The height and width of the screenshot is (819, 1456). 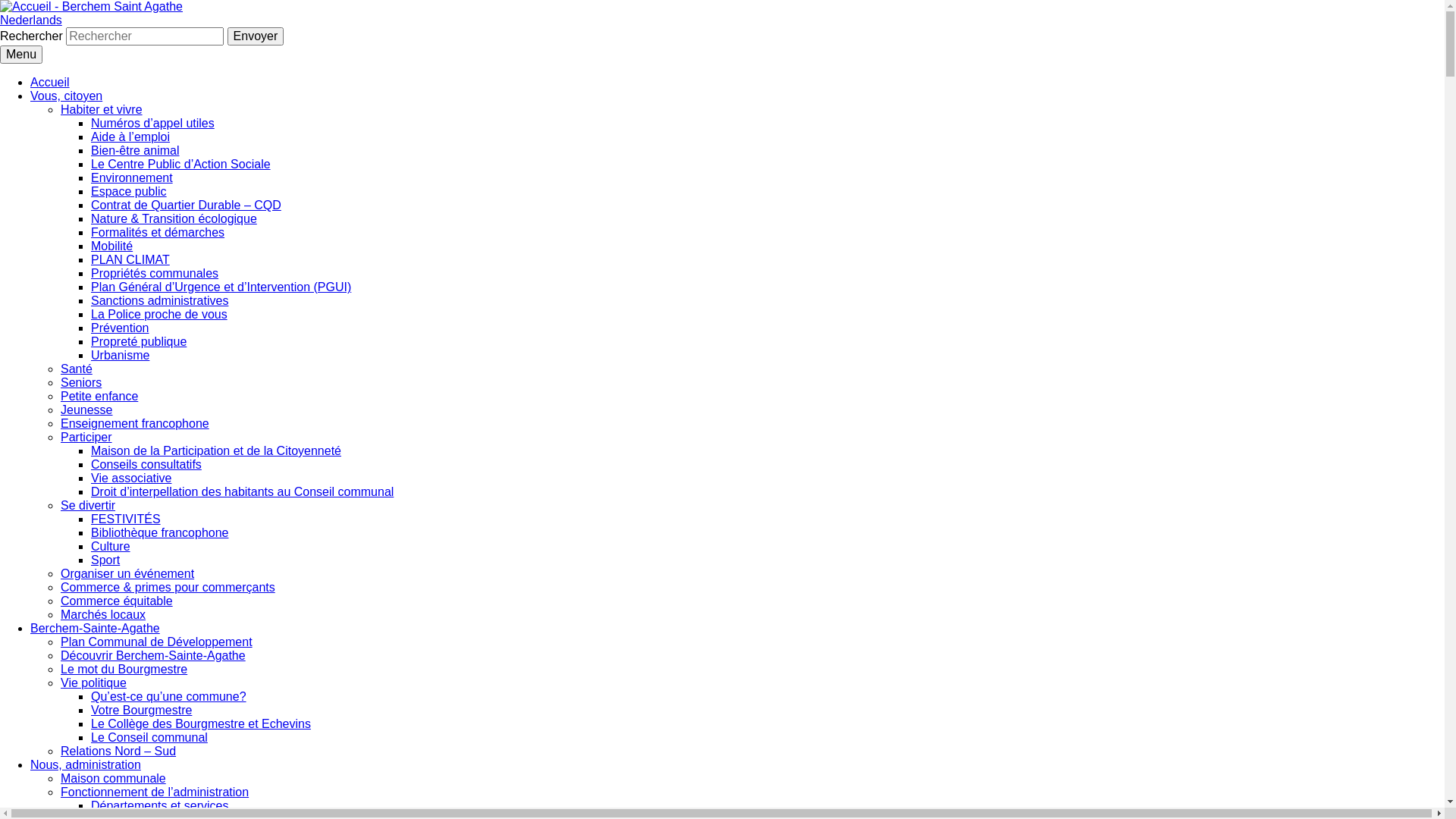 What do you see at coordinates (21, 54) in the screenshot?
I see `'Menu'` at bounding box center [21, 54].